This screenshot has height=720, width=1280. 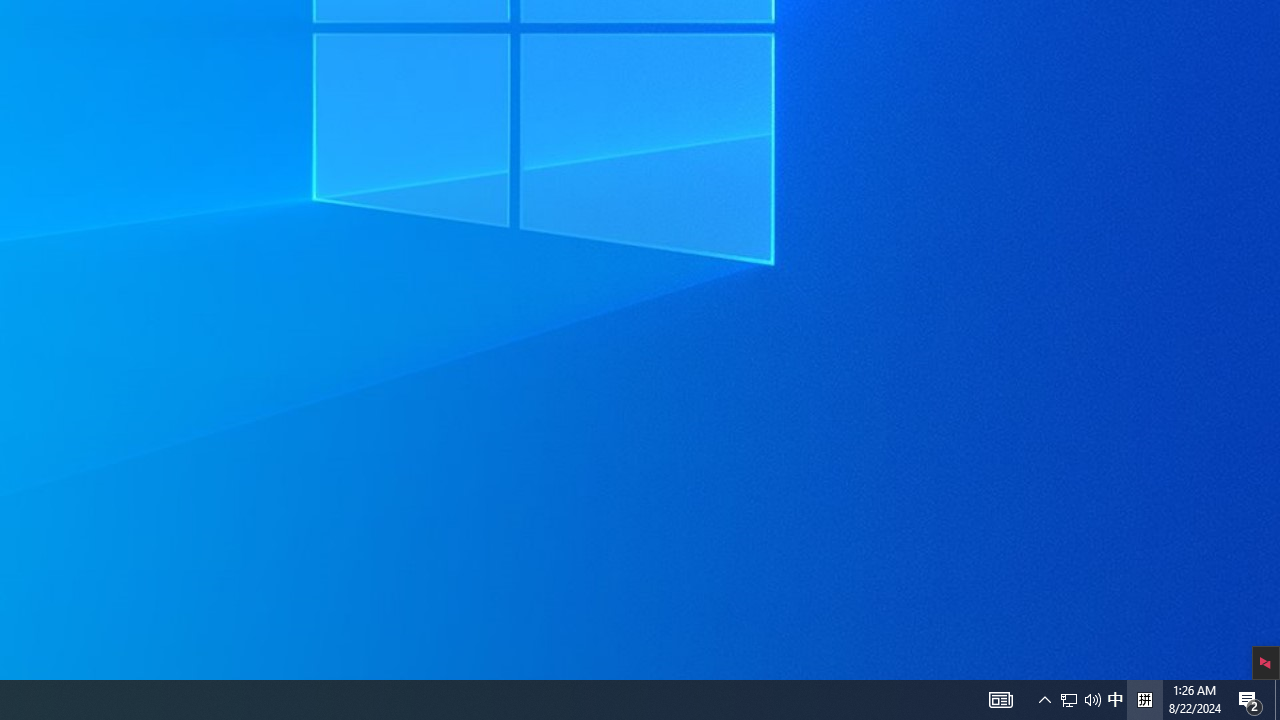 What do you see at coordinates (1276, 698) in the screenshot?
I see `'Action Center, 2 new notifications'` at bounding box center [1276, 698].